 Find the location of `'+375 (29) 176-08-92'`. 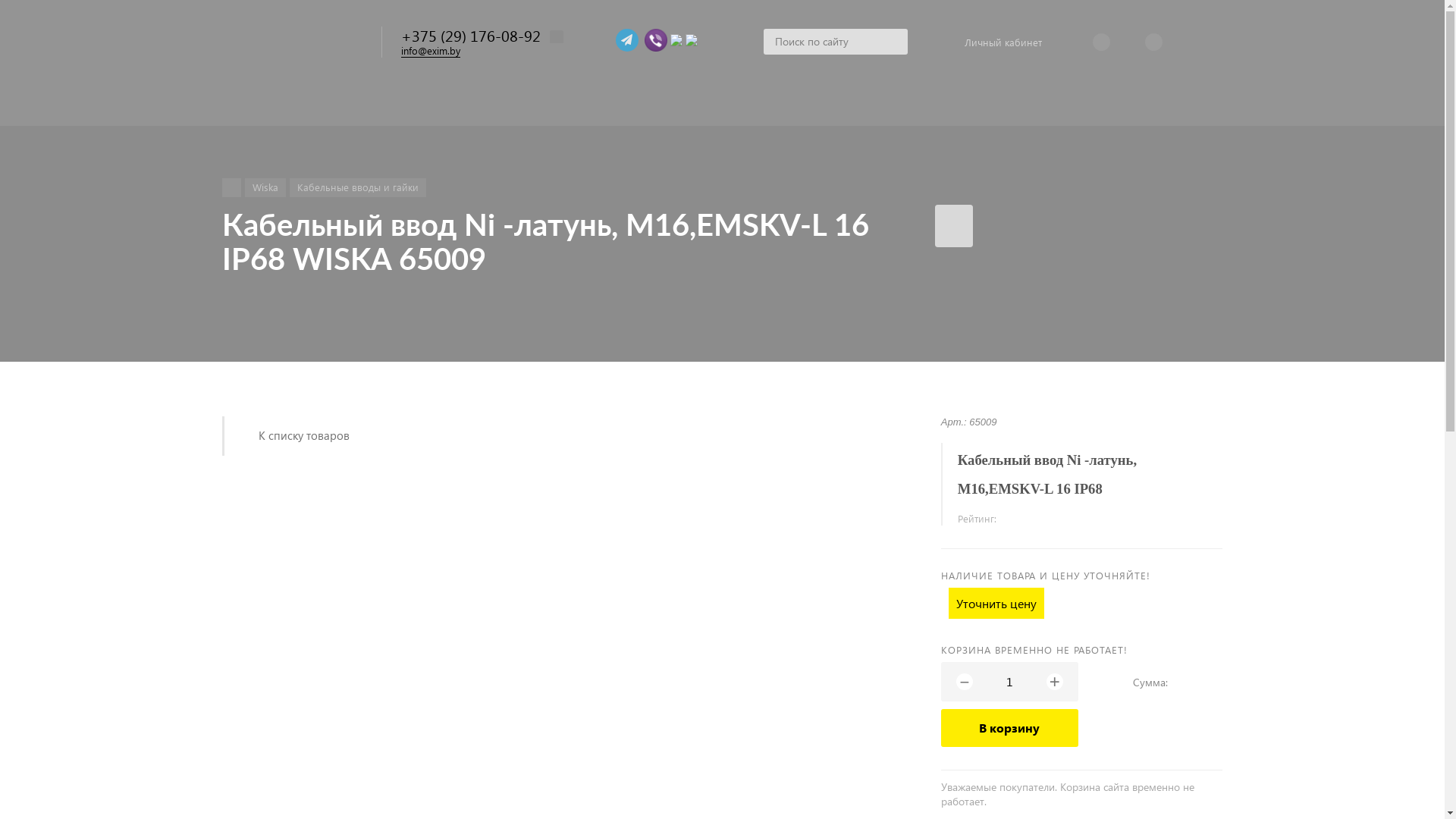

'+375 (29) 176-08-92' is located at coordinates (469, 34).